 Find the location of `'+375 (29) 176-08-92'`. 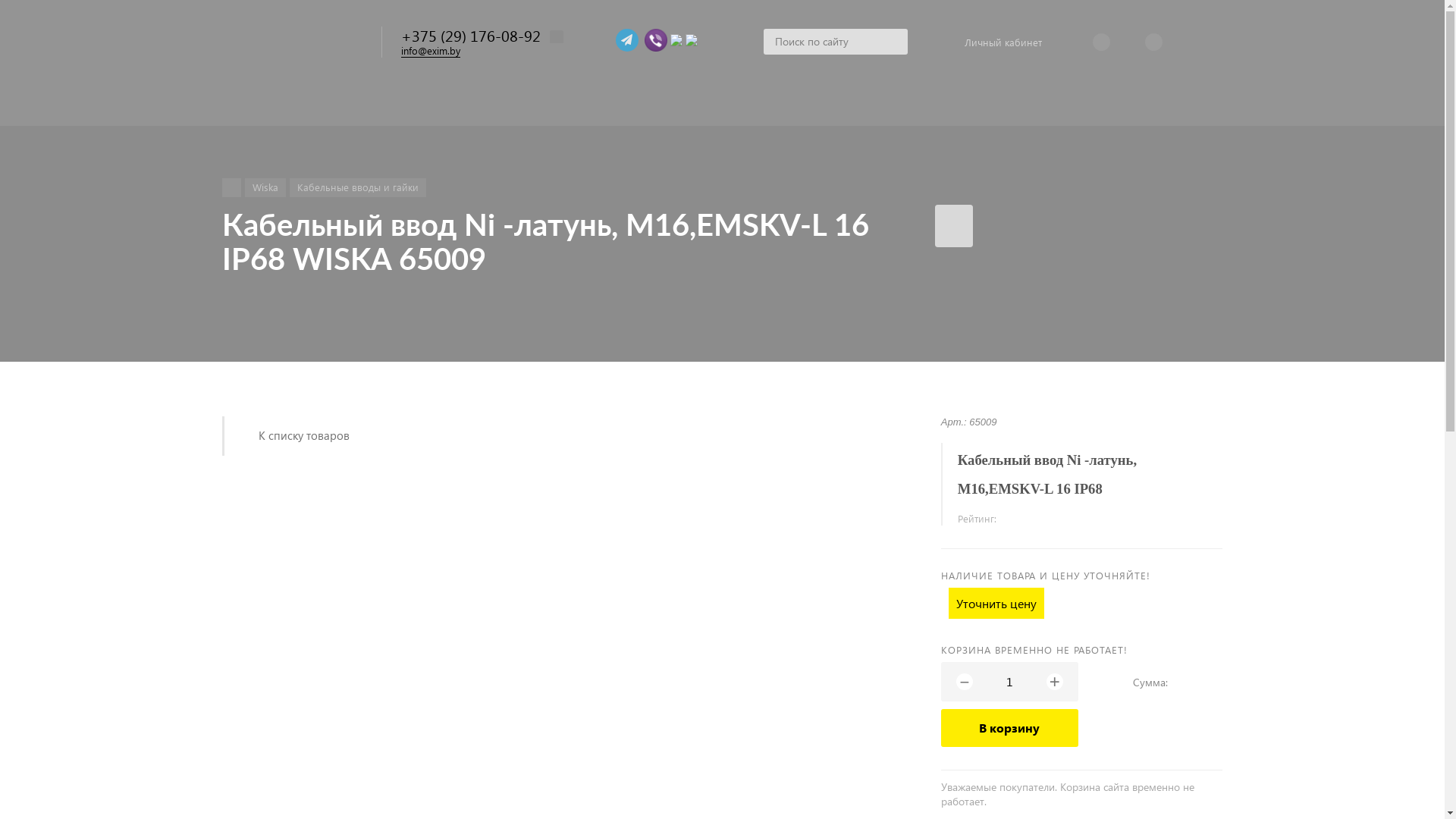

'+375 (29) 176-08-92' is located at coordinates (469, 34).